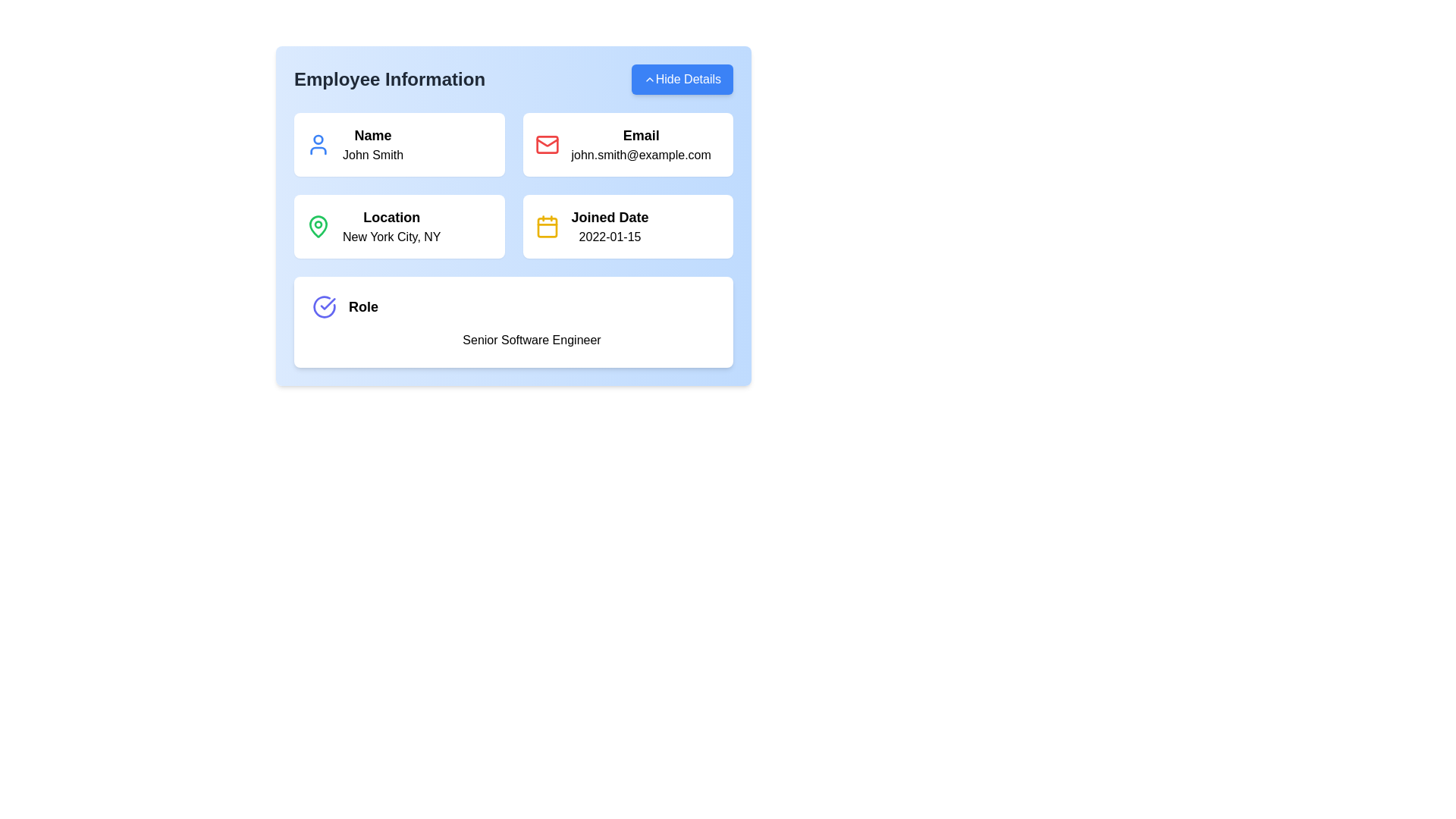 The width and height of the screenshot is (1456, 819). What do you see at coordinates (399, 227) in the screenshot?
I see `the Informative card displaying location information of the user, indicating New York City, NY, which is positioned in the third slot of the grid layout, right of the 'Name' section and above the 'Role' section` at bounding box center [399, 227].